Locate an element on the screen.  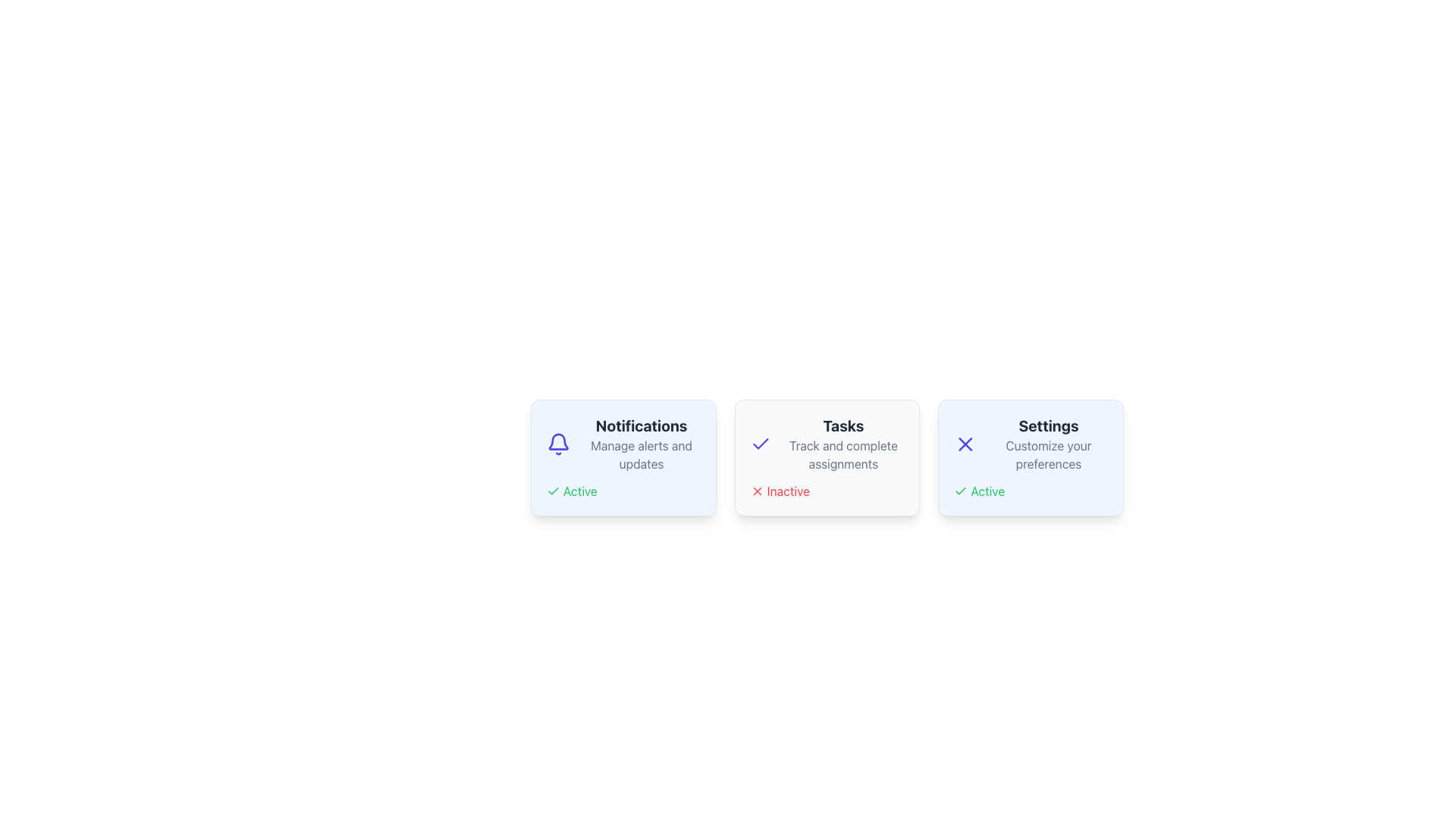
the bell-shaped blue icon located prominently to the left of the 'Notifications' text elements in the Notifications card is located at coordinates (557, 444).